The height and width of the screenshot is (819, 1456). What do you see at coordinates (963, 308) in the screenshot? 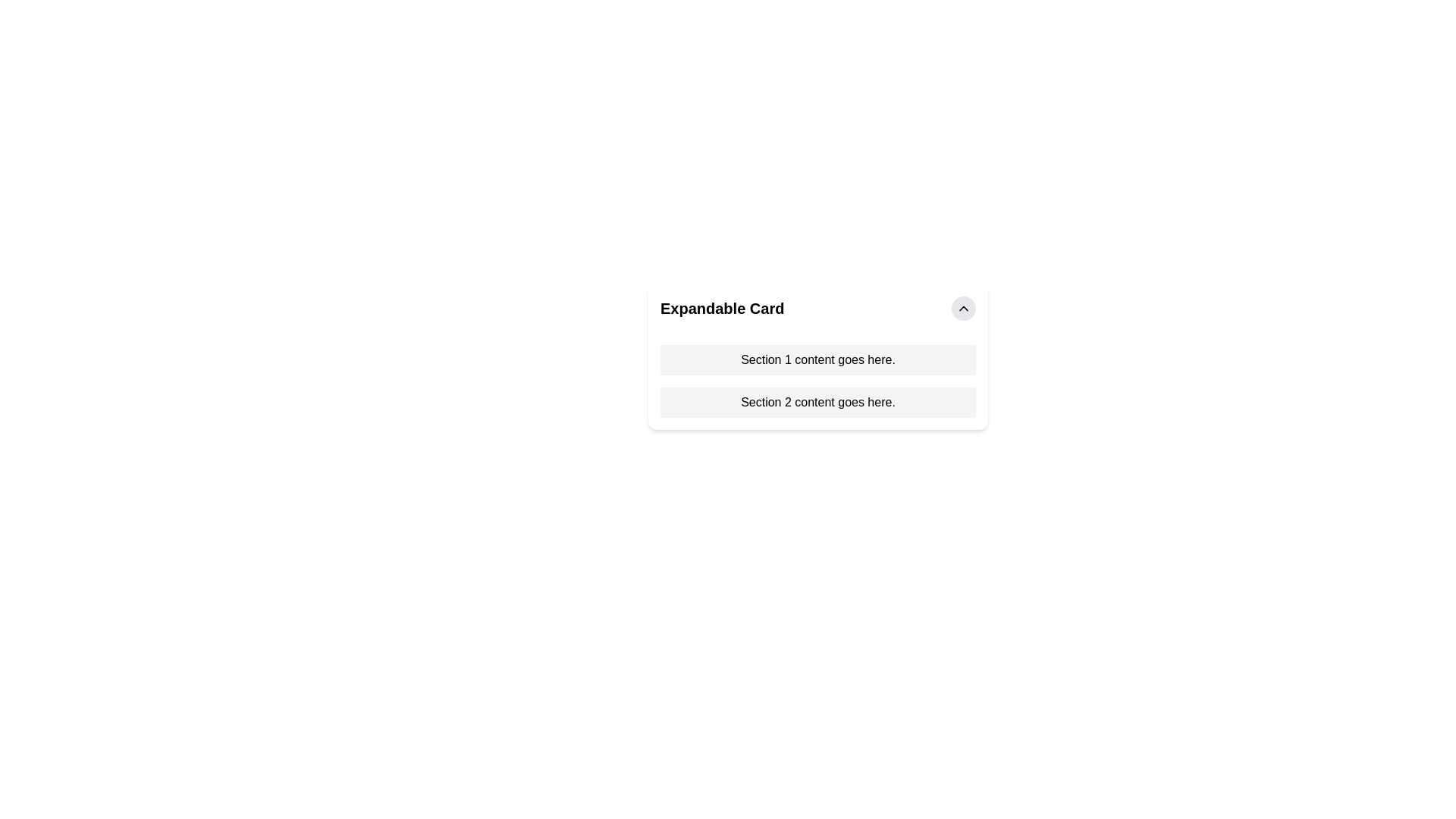
I see `the upward-pointing chevron icon within the circular button` at bounding box center [963, 308].